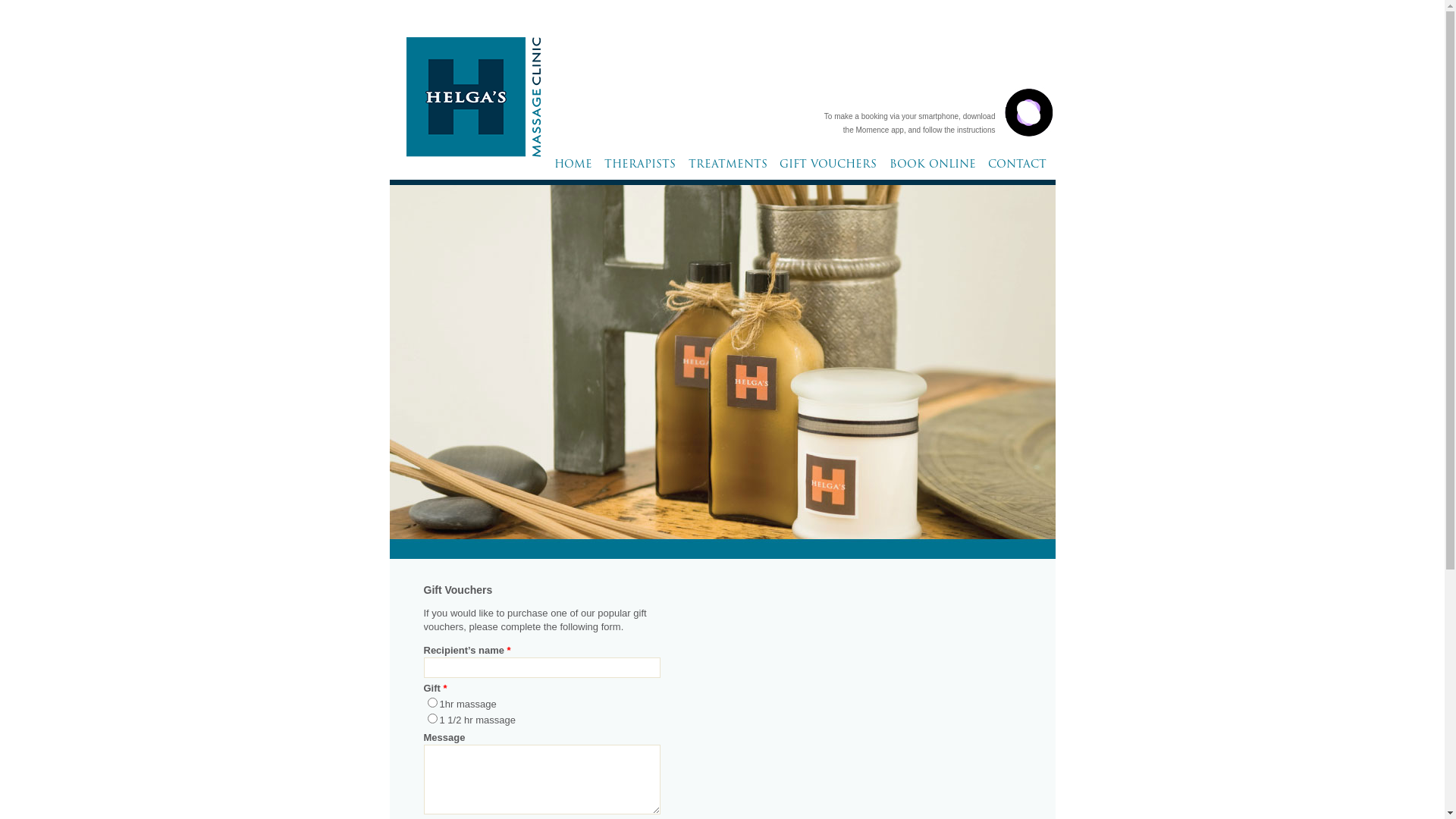  What do you see at coordinates (600, 168) in the screenshot?
I see `'THERAPISTS'` at bounding box center [600, 168].